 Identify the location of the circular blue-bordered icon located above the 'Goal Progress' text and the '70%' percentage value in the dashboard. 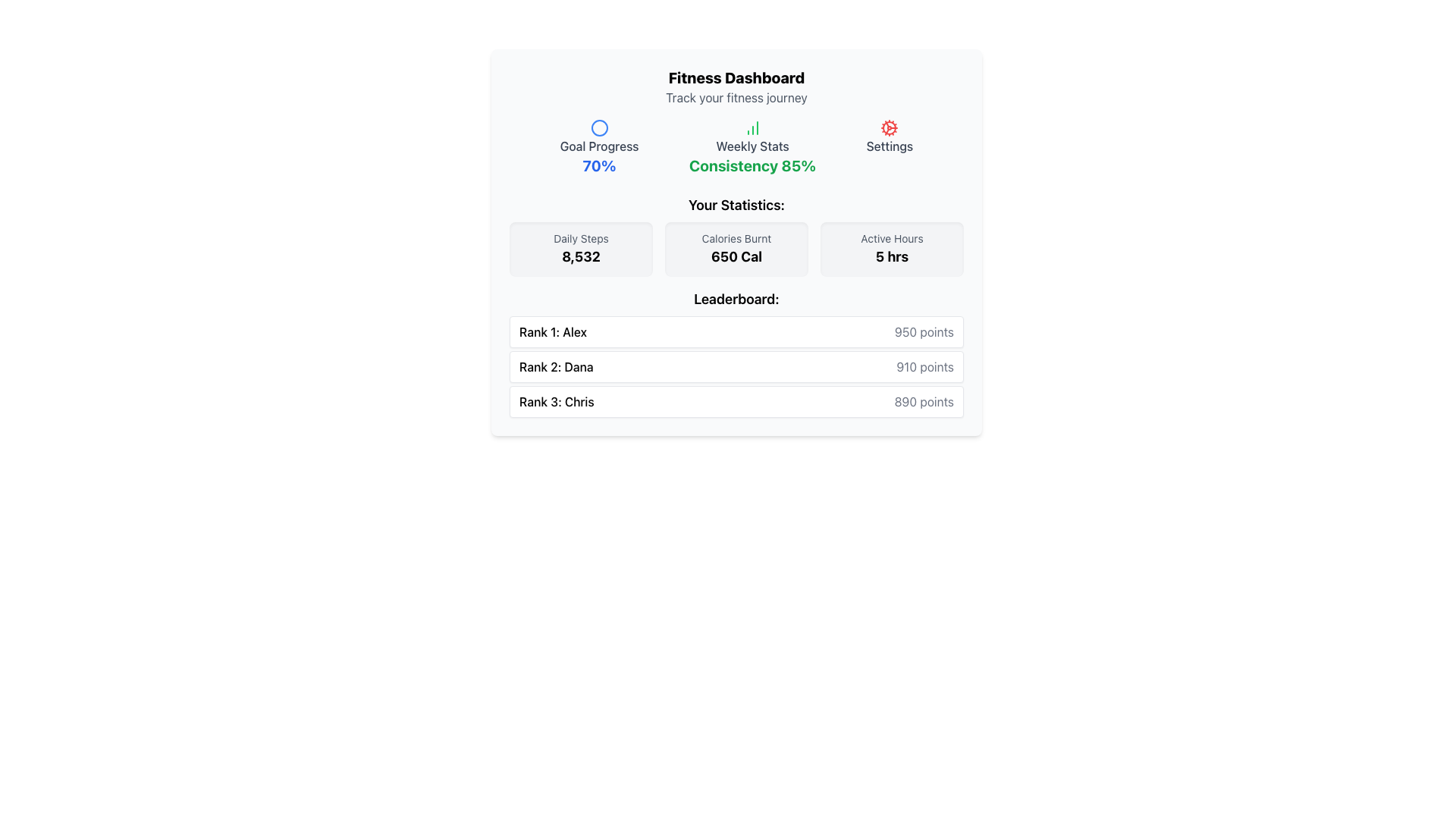
(598, 127).